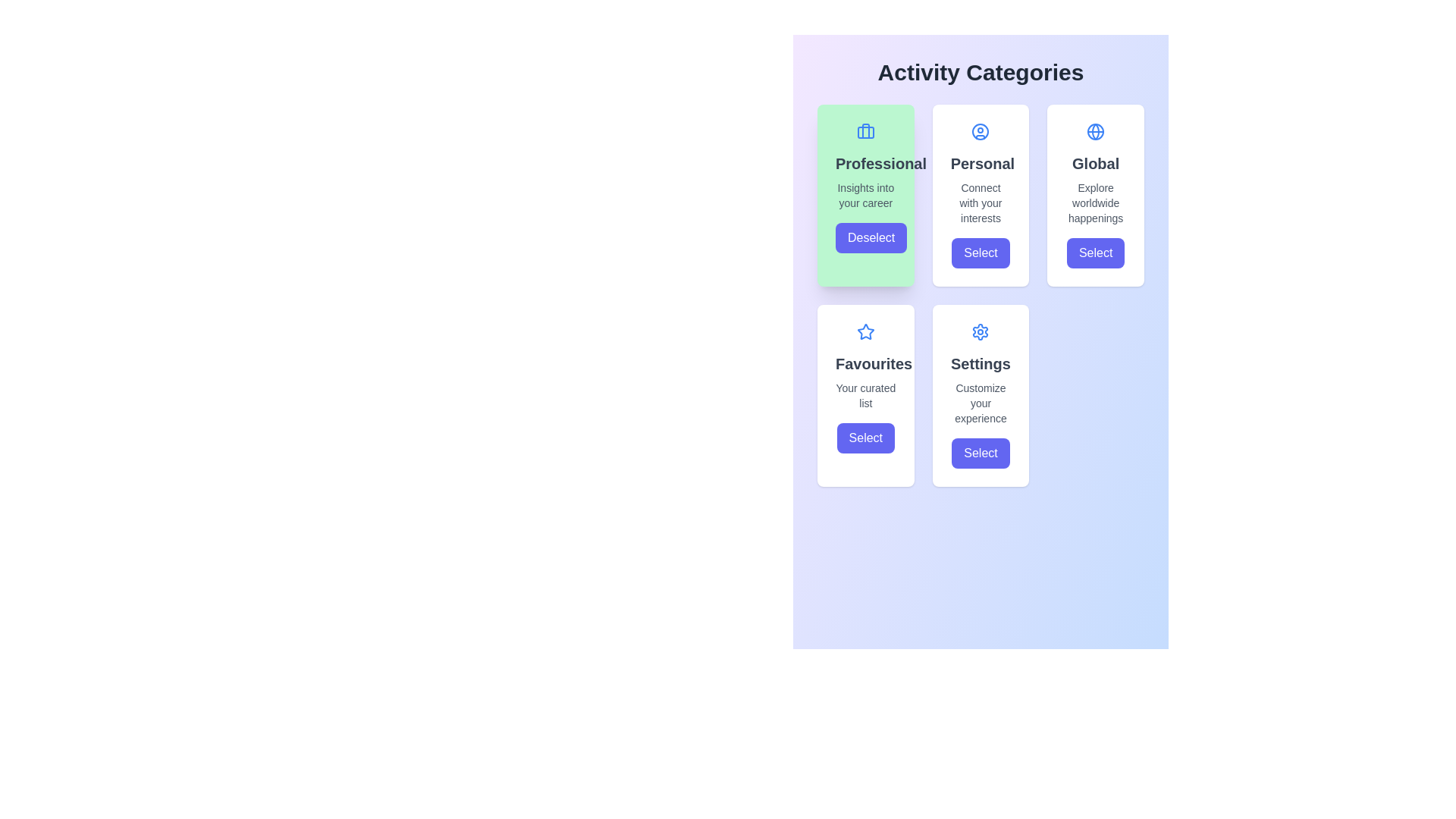 This screenshot has width=1456, height=819. What do you see at coordinates (865, 130) in the screenshot?
I see `the career-themed icon located at the top-center of the 'Professional' card in the 'Activity Categories' grid layout` at bounding box center [865, 130].